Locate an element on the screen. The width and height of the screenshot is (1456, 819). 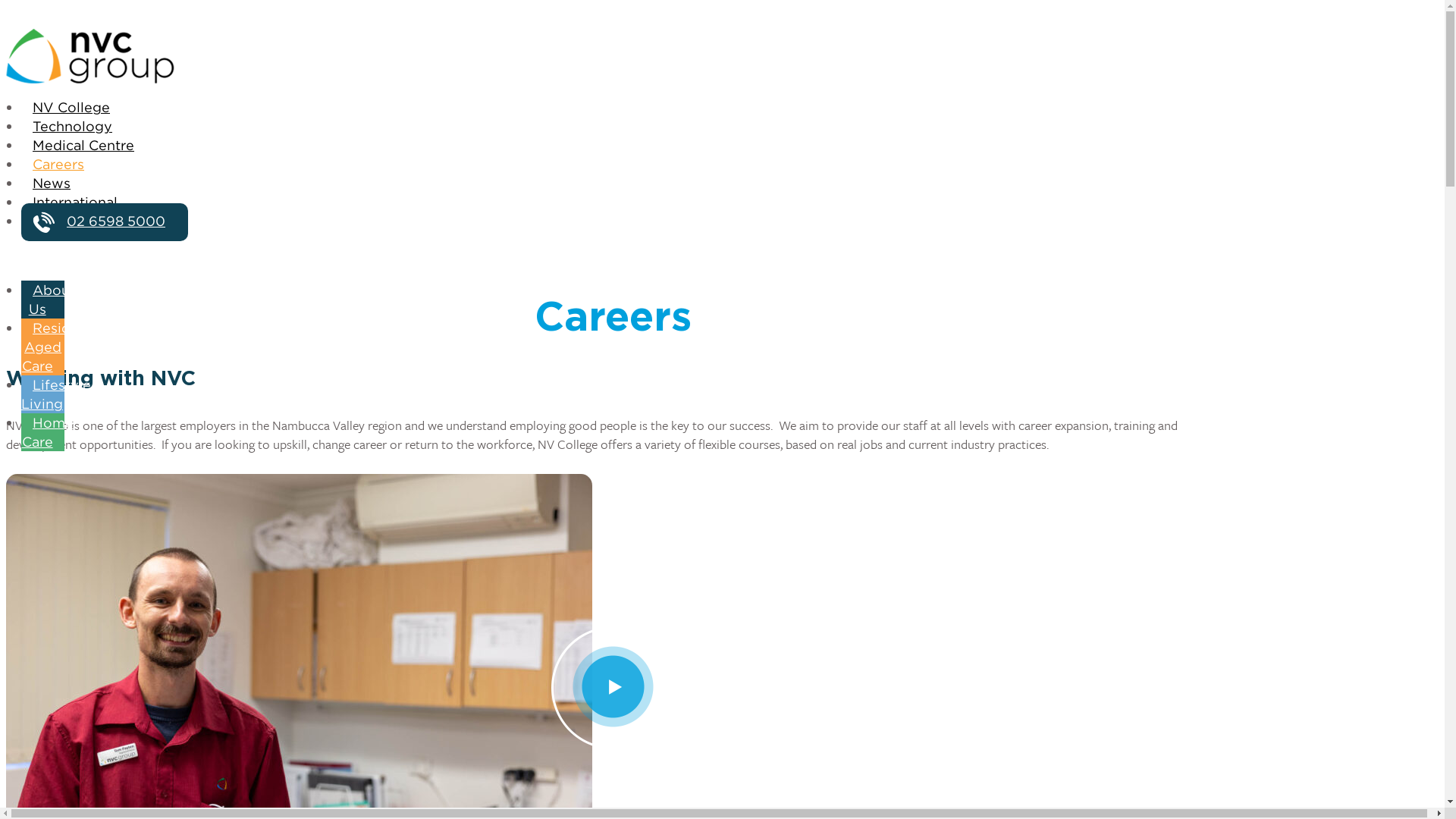
'About Us' is located at coordinates (48, 300).